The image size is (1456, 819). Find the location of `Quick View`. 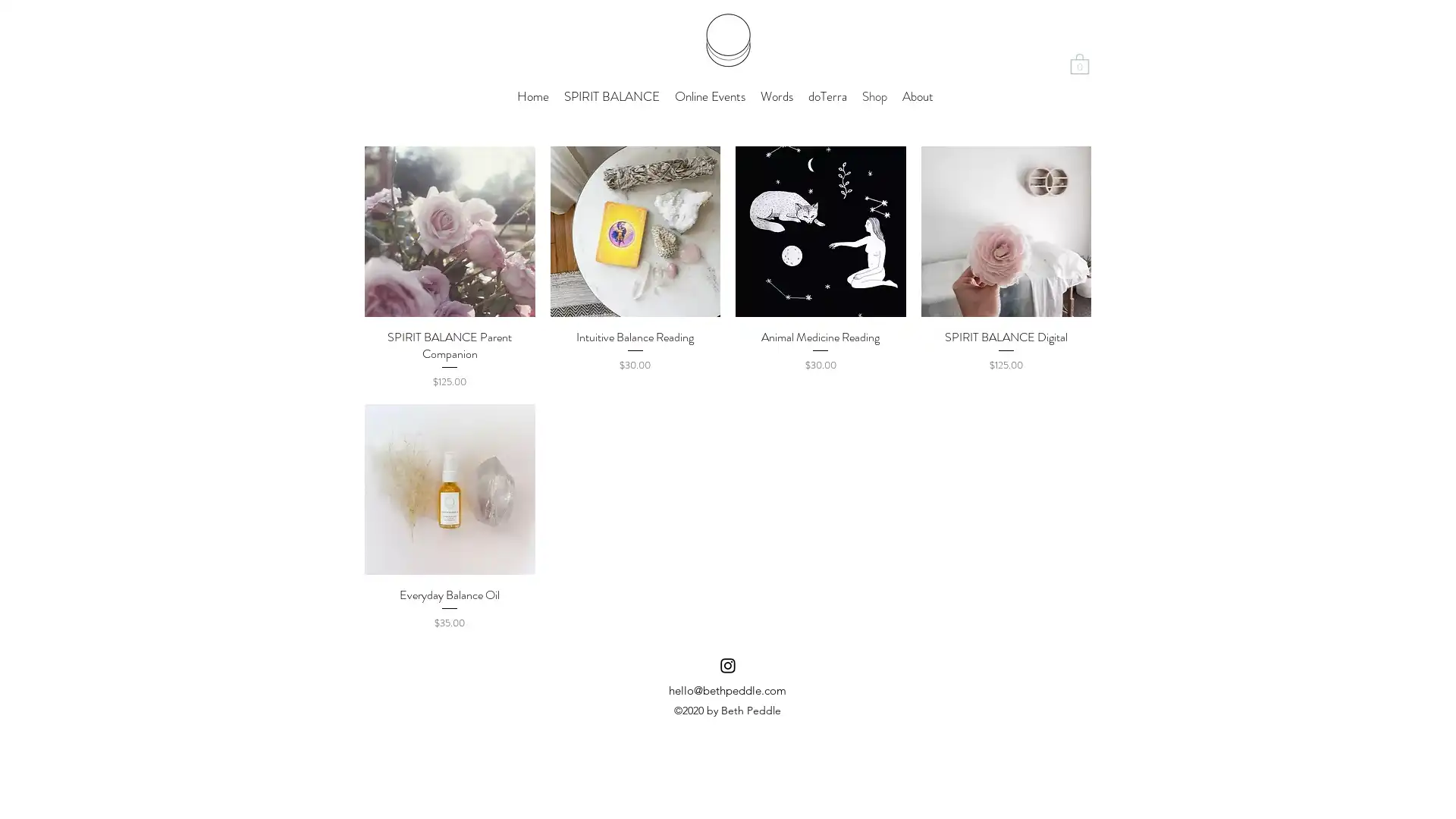

Quick View is located at coordinates (819, 334).